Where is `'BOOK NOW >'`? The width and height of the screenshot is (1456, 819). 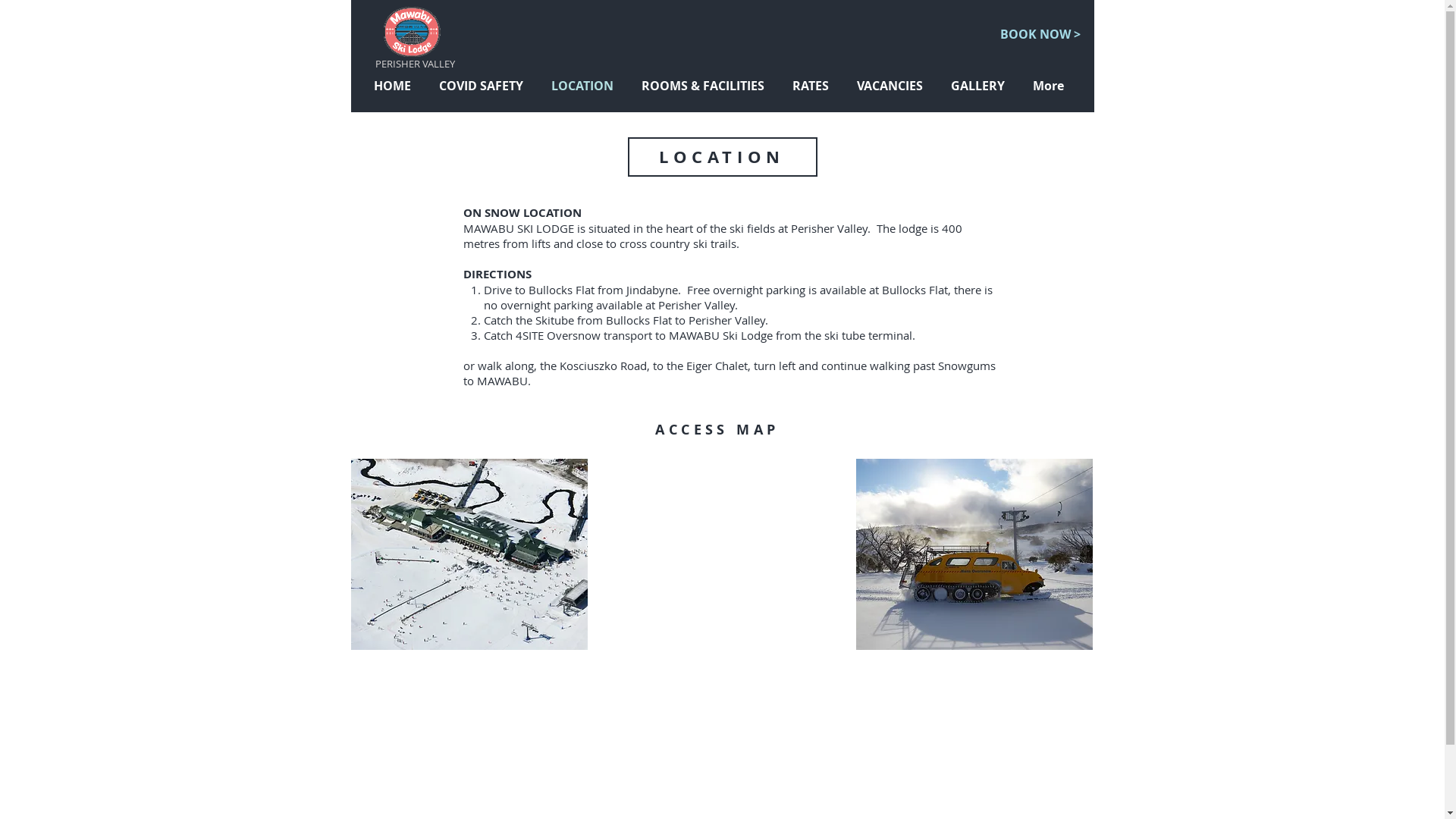
'BOOK NOW >' is located at coordinates (1040, 34).